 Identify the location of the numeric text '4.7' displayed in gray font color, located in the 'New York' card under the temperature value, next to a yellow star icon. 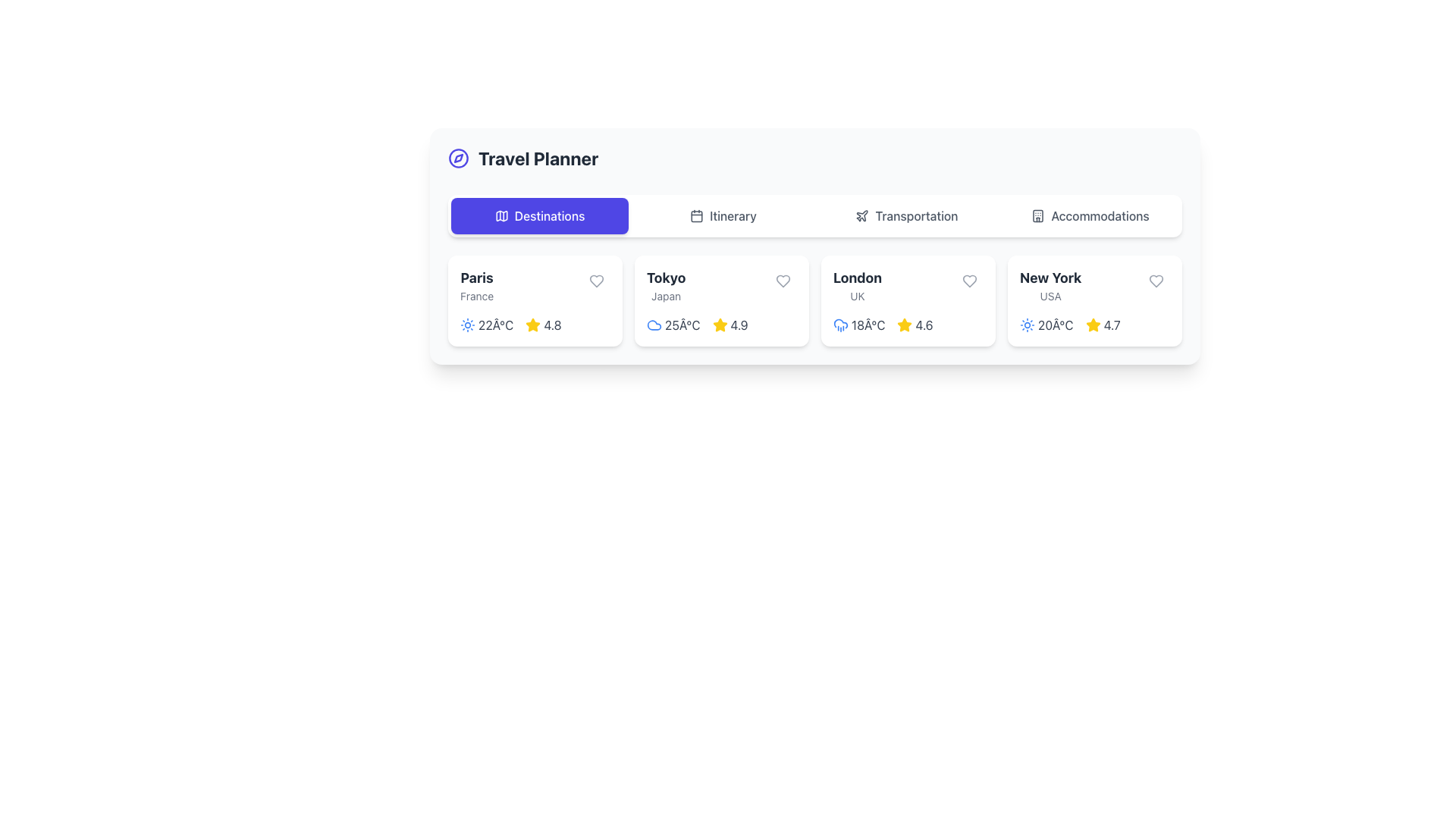
(1112, 324).